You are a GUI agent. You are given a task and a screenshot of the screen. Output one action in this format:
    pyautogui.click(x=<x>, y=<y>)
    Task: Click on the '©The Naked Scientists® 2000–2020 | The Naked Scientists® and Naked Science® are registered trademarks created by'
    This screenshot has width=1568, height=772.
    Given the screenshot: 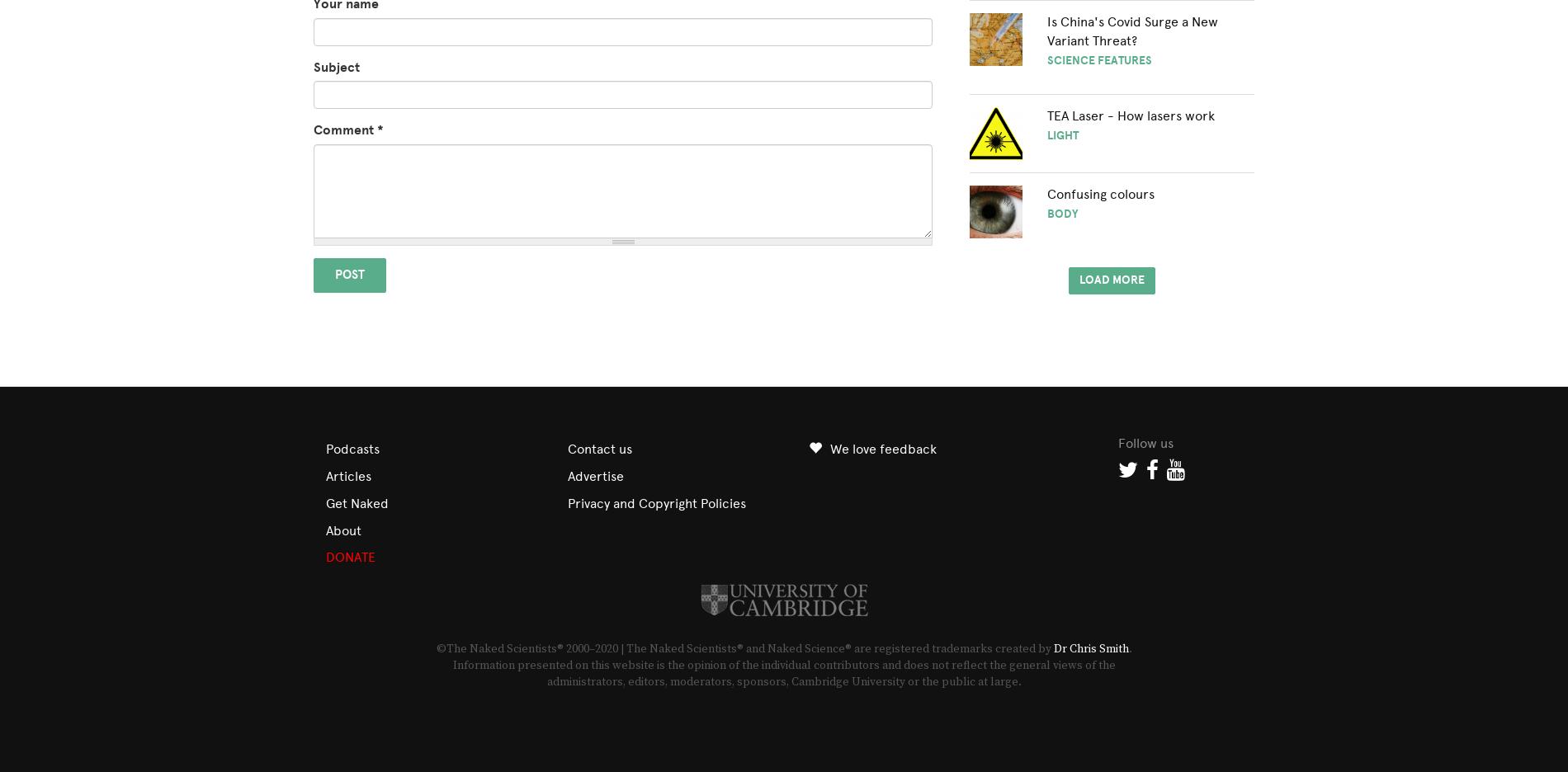 What is the action you would take?
    pyautogui.click(x=743, y=647)
    